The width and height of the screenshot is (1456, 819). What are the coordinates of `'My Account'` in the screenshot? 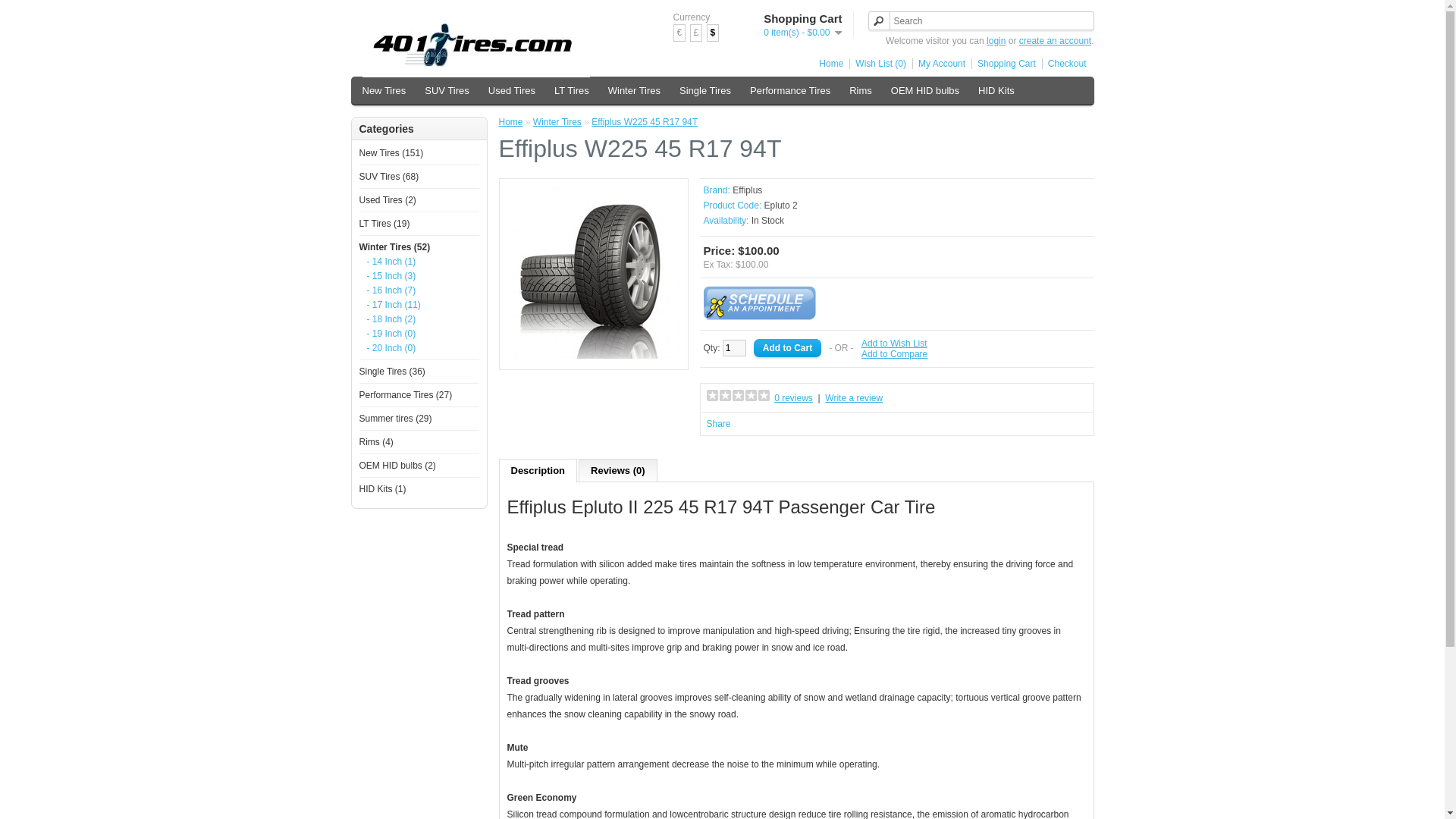 It's located at (938, 63).